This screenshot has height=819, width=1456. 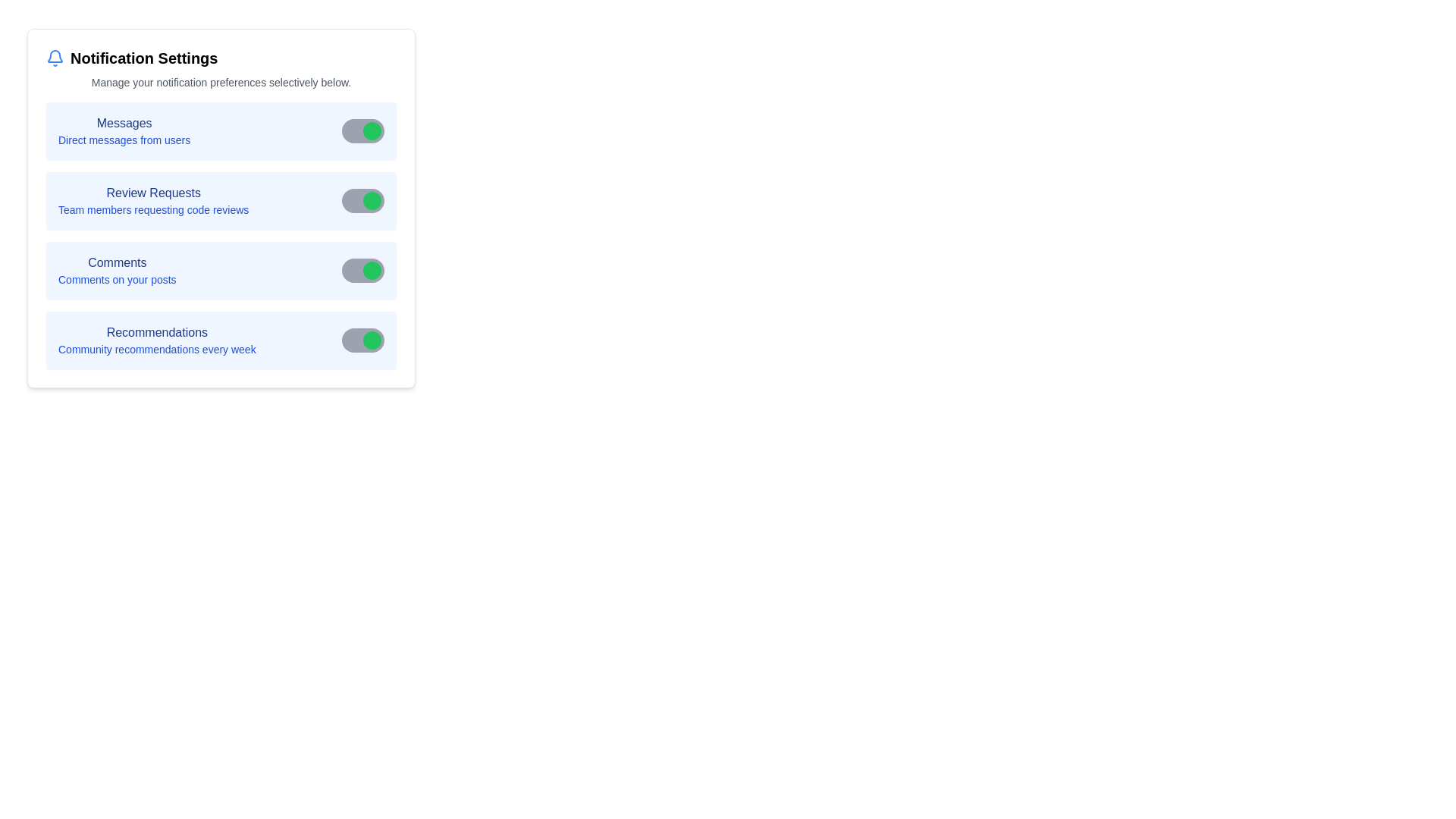 What do you see at coordinates (362, 200) in the screenshot?
I see `the toggle switch associated with the 'Review Requests' option in the notification settings panel to switch it on or off` at bounding box center [362, 200].